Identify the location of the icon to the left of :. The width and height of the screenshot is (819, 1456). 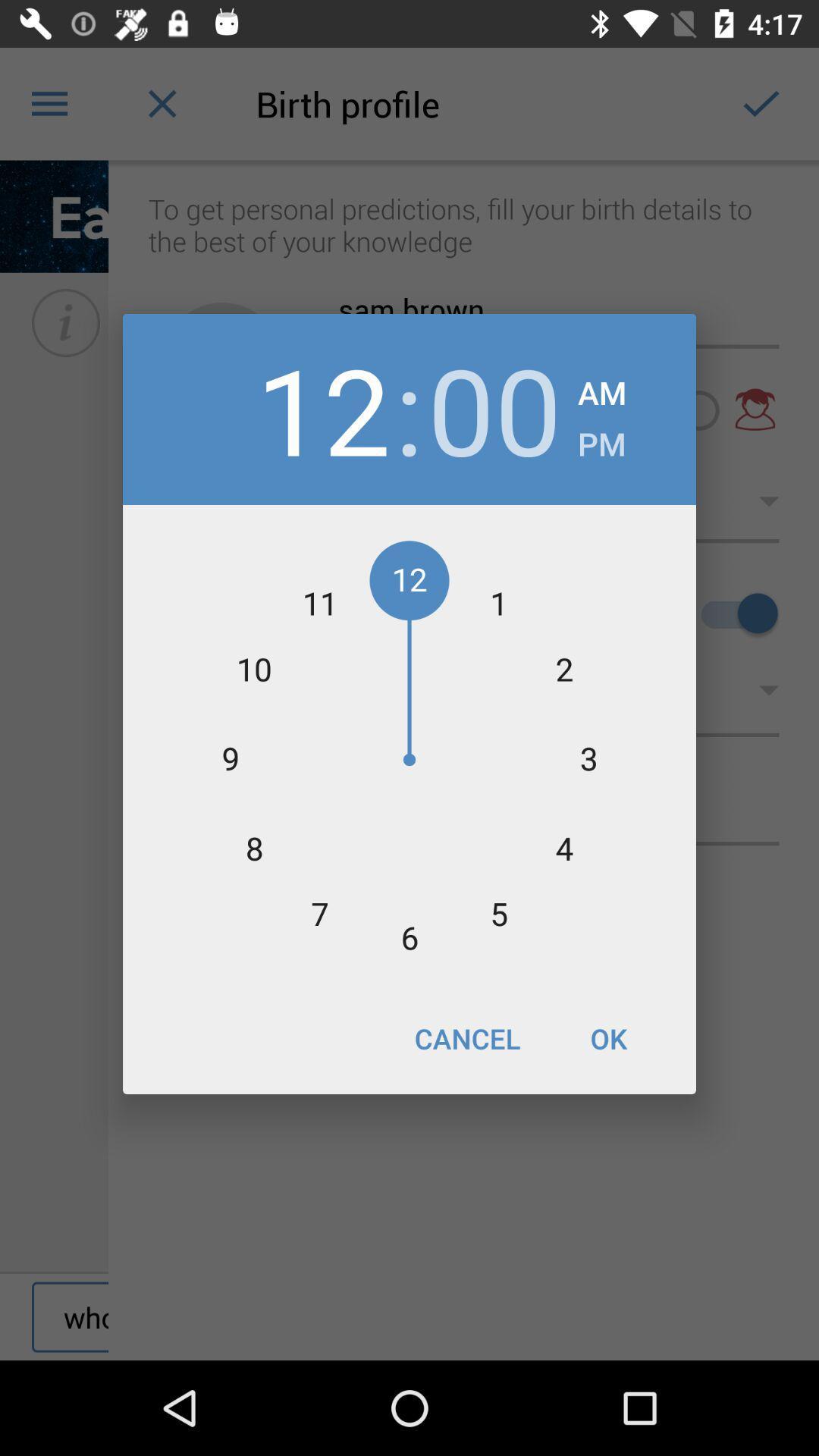
(322, 409).